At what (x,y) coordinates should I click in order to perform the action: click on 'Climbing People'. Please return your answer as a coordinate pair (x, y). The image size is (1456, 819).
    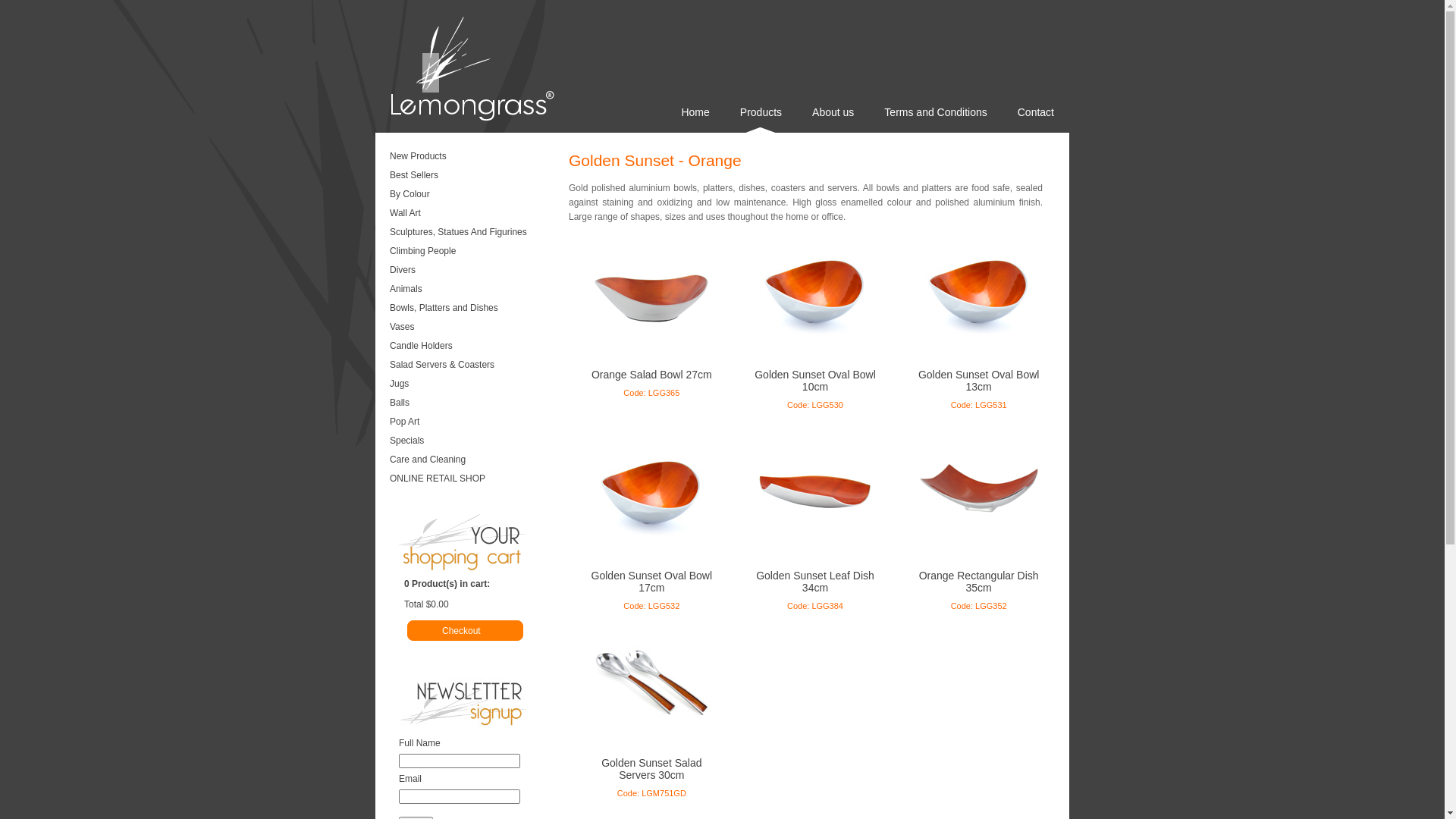
    Looking at the image, I should click on (469, 251).